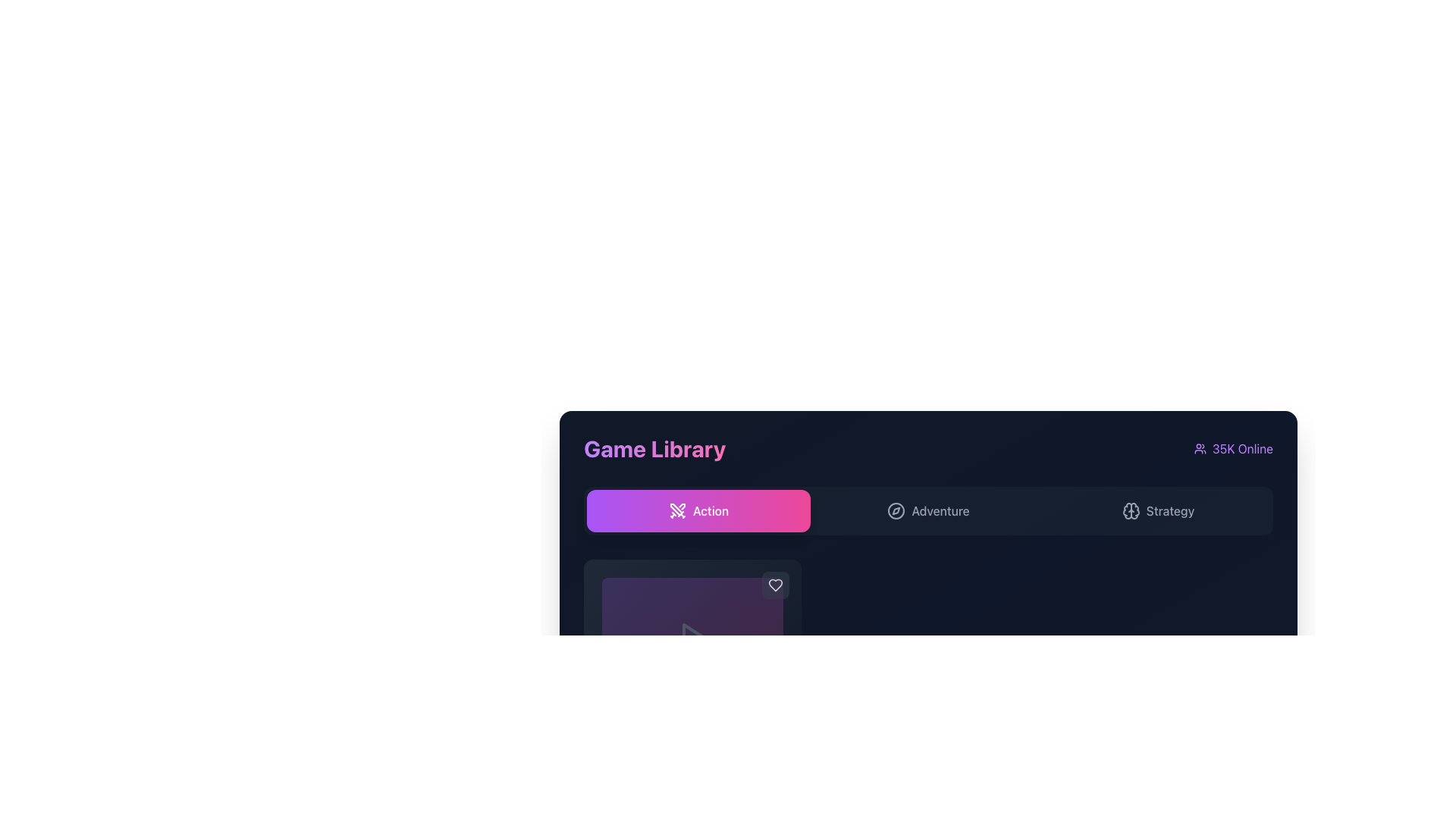  Describe the element at coordinates (896, 511) in the screenshot. I see `the circular compass icon within the 'Adventure' menu item, which is located between the 'Action' and 'Strategy' menu items` at that location.